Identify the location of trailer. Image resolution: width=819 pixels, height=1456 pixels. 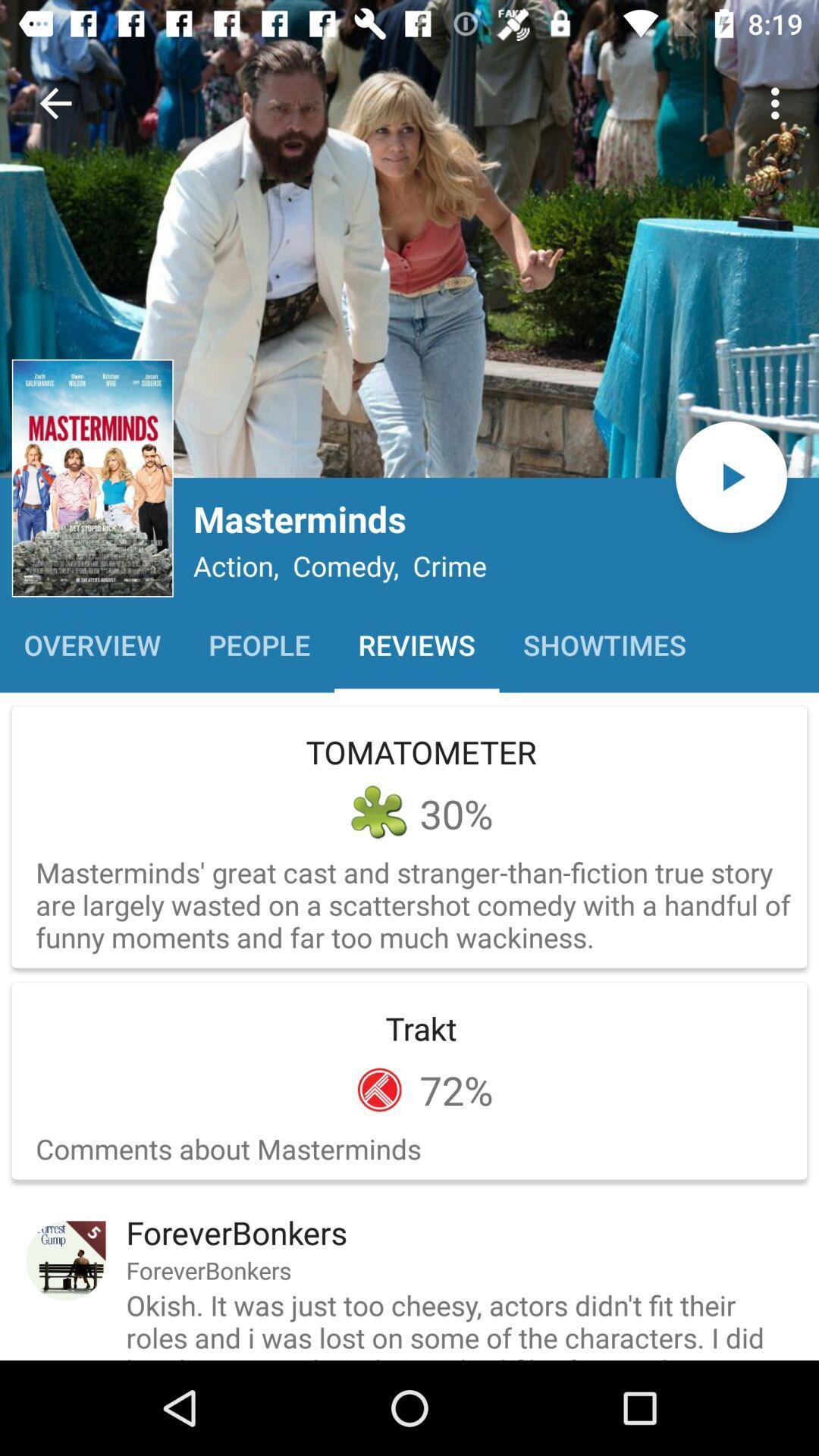
(730, 476).